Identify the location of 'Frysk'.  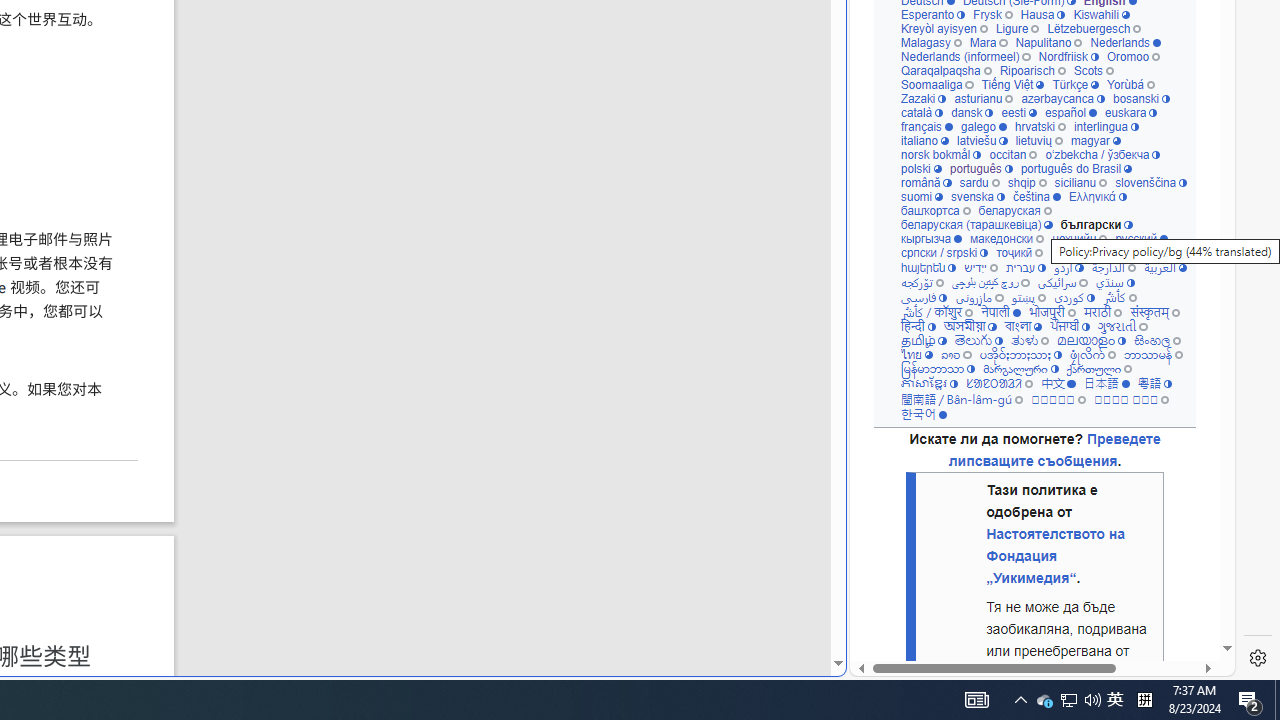
(992, 14).